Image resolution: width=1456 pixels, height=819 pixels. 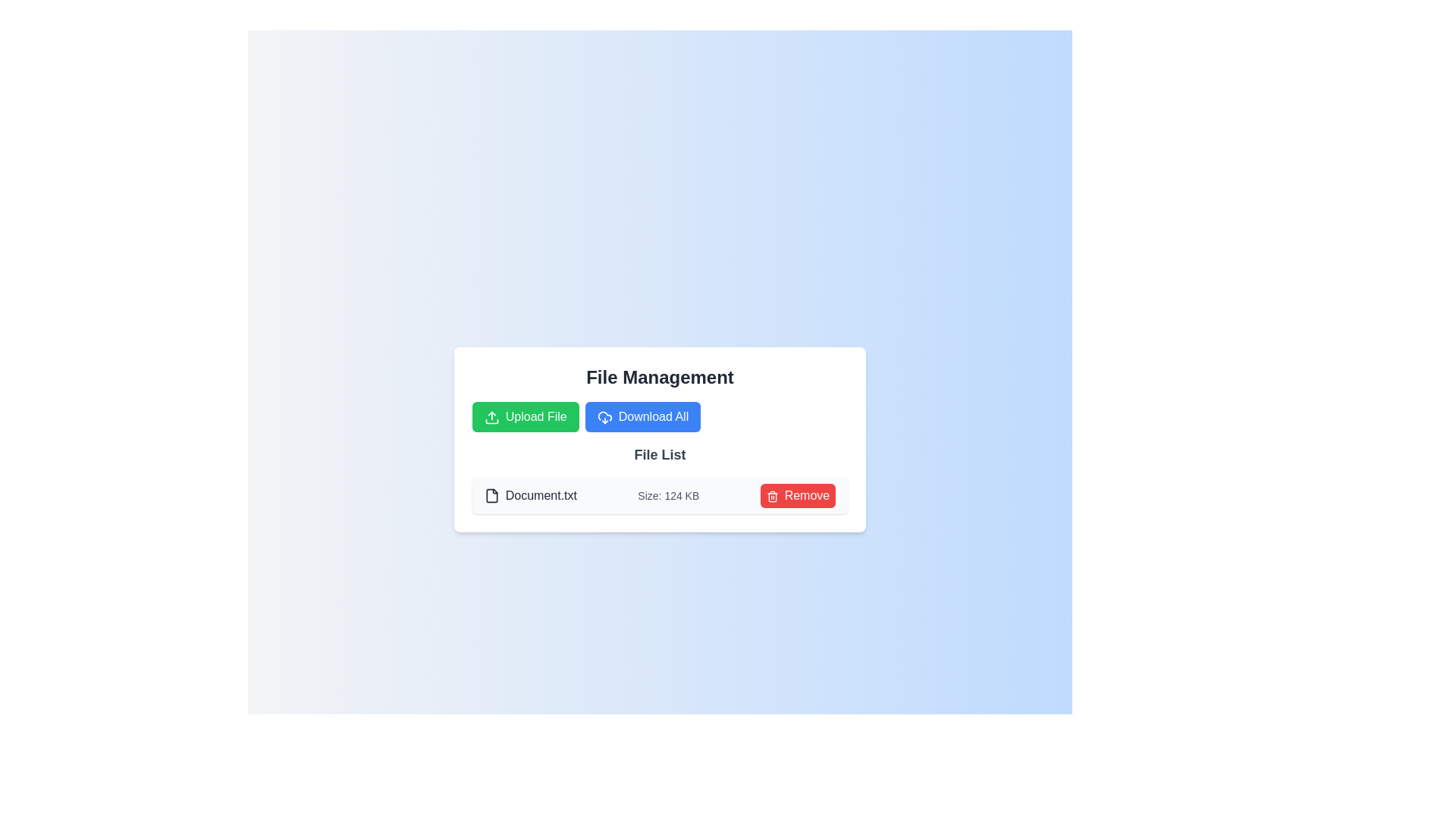 I want to click on the static text label displaying the file size 'Size: 124 KB', which is located to the right of 'Document.txt' and to the left of the 'Remove' button, so click(x=667, y=496).